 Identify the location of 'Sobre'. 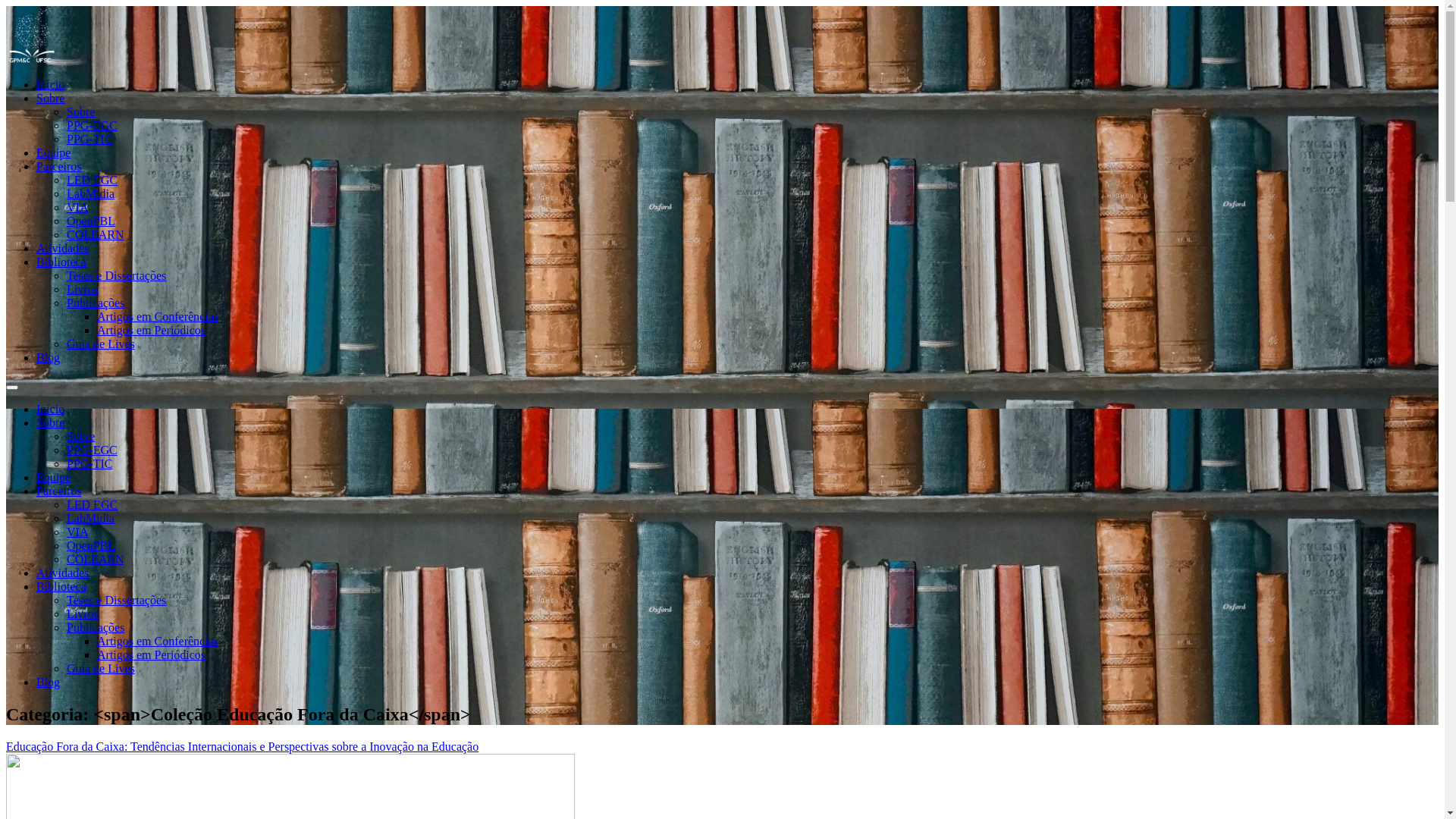
(80, 111).